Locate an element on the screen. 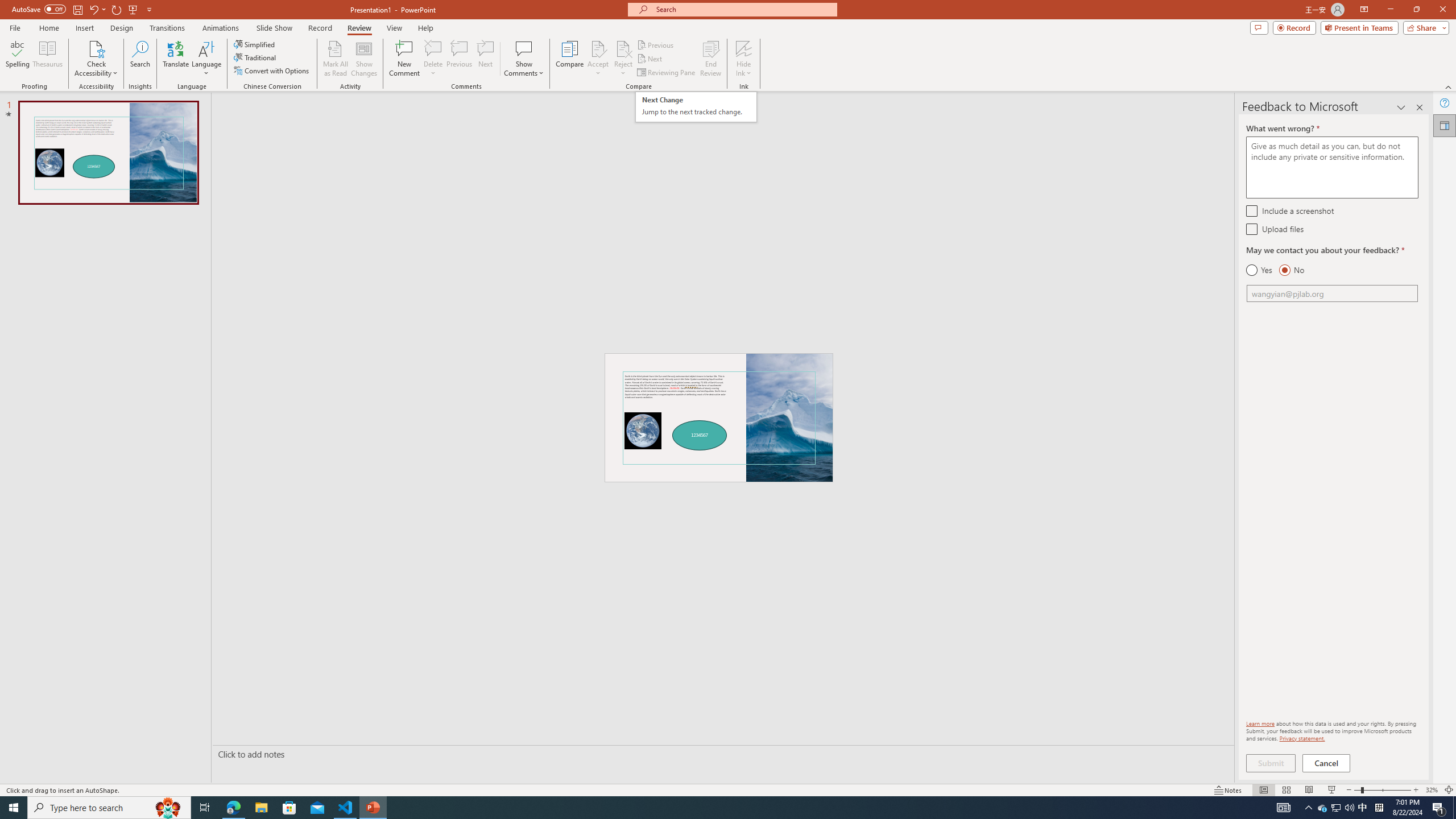 Image resolution: width=1456 pixels, height=819 pixels. 'Zoom 32%' is located at coordinates (1431, 790).